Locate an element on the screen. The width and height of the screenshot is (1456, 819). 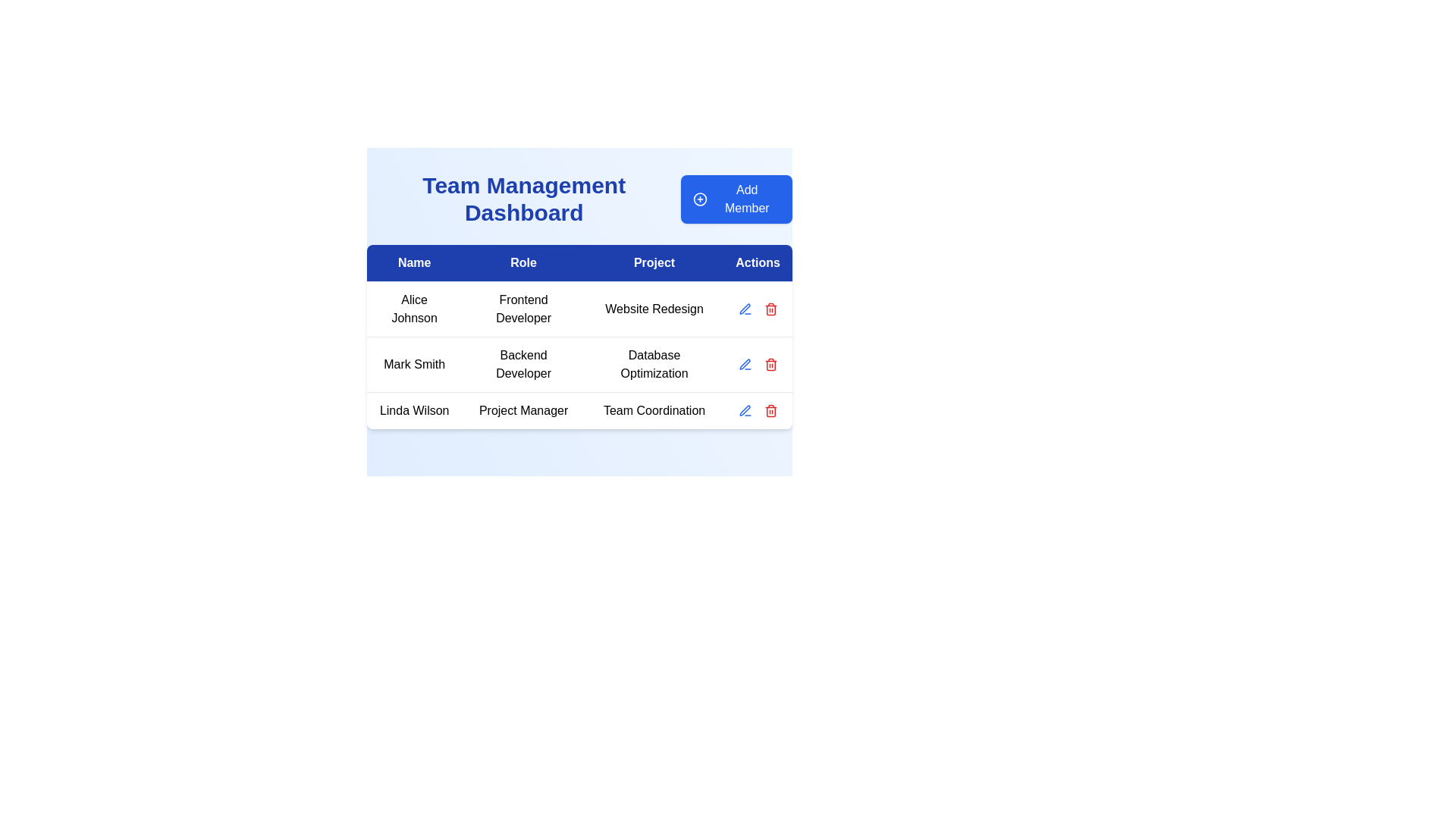
the text label displaying 'Linda Wilson' located in the first cell of the third row under the 'Name' column of the table is located at coordinates (414, 410).